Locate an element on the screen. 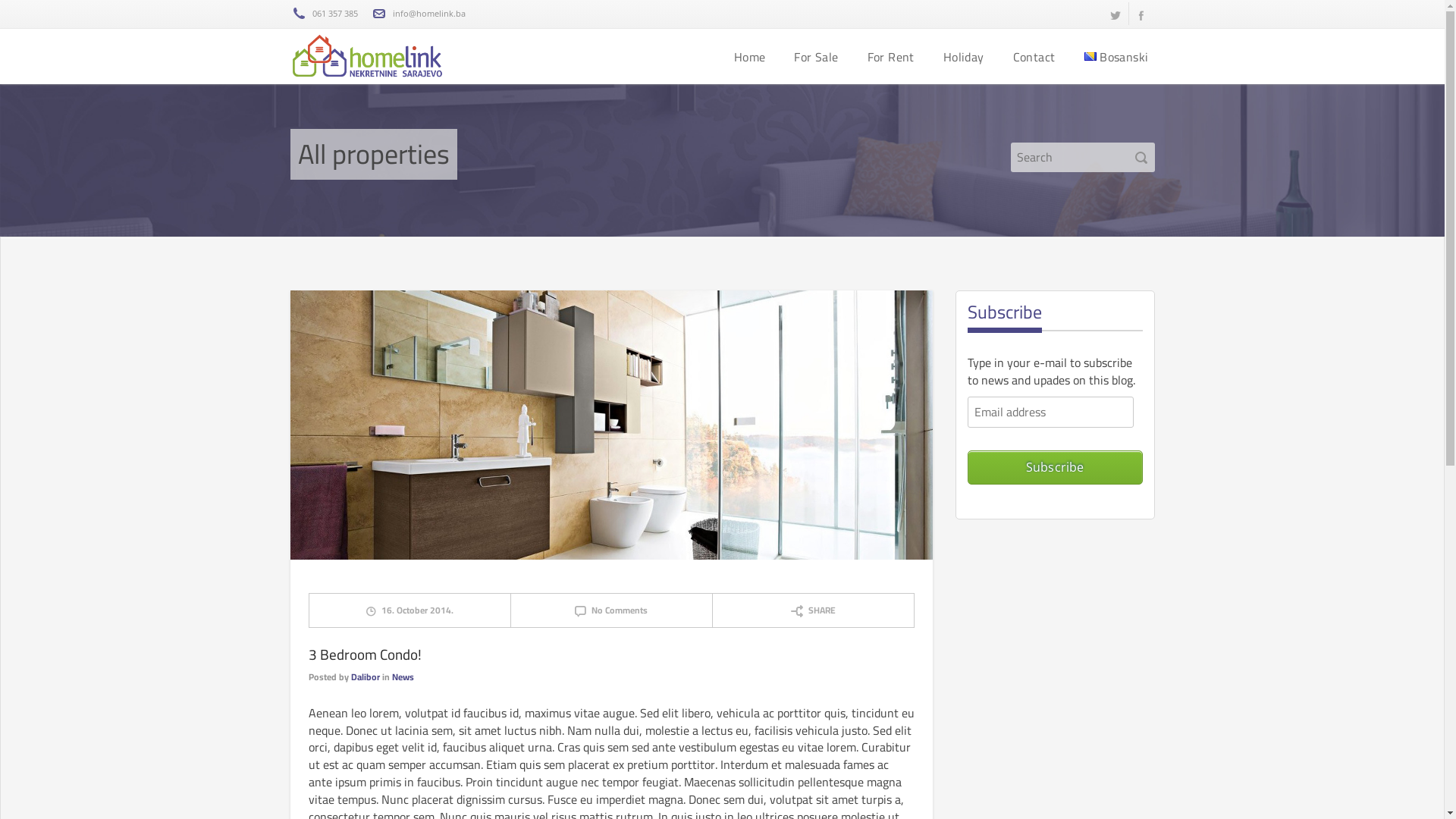 This screenshot has height=819, width=1456. 'SHARE' is located at coordinates (812, 609).